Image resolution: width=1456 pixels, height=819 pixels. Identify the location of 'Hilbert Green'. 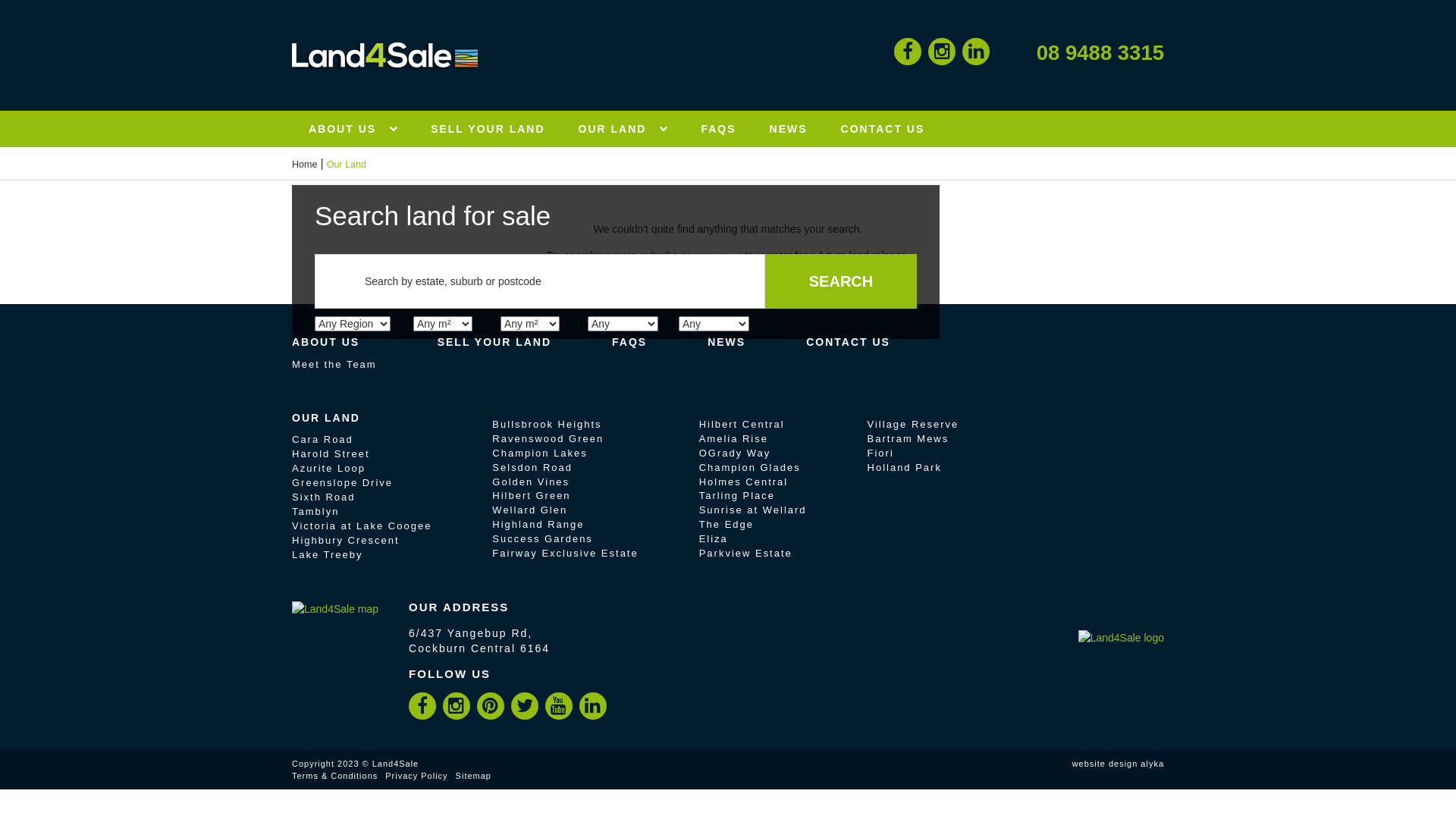
(531, 495).